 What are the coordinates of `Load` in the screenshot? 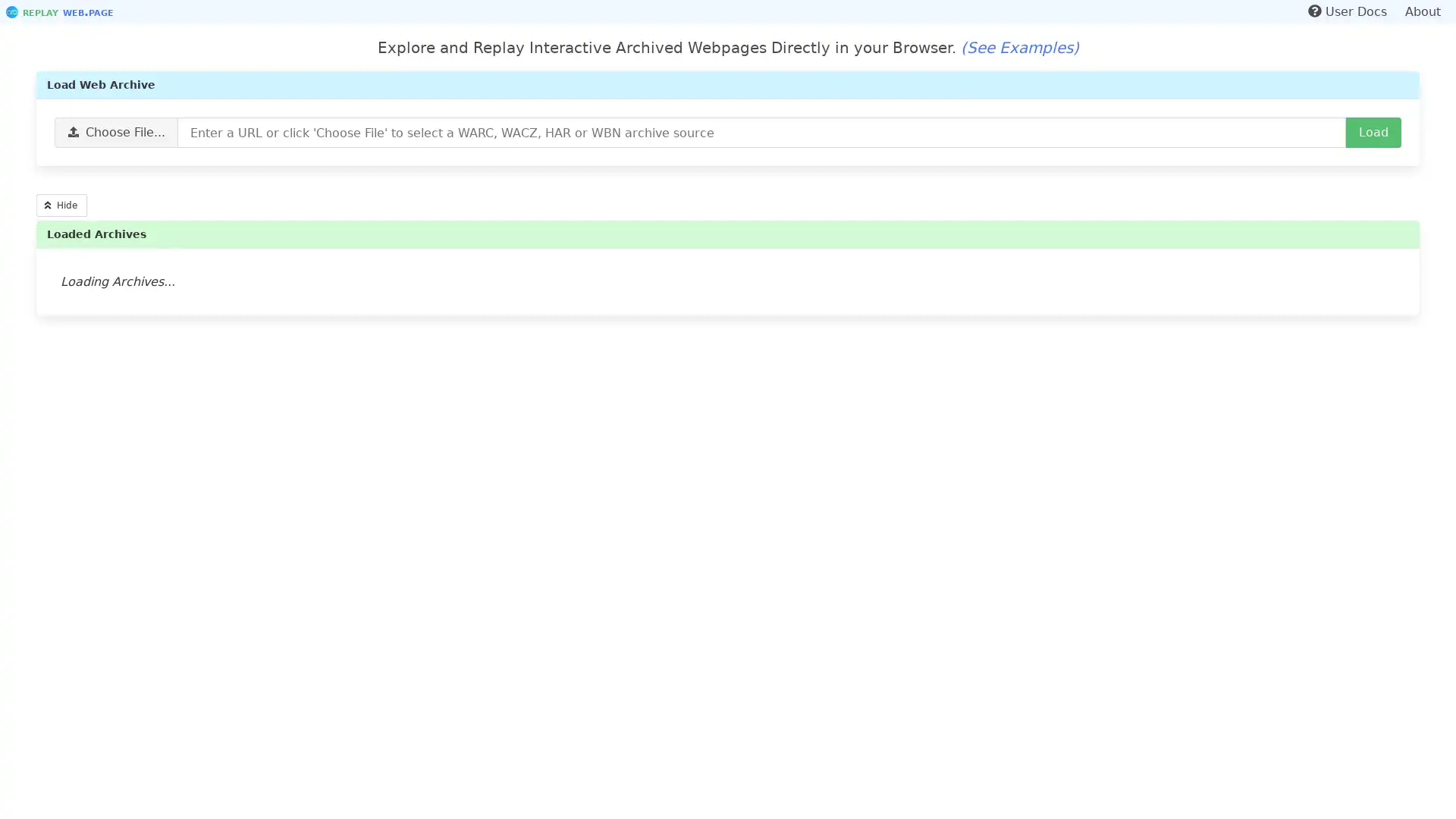 It's located at (1373, 131).